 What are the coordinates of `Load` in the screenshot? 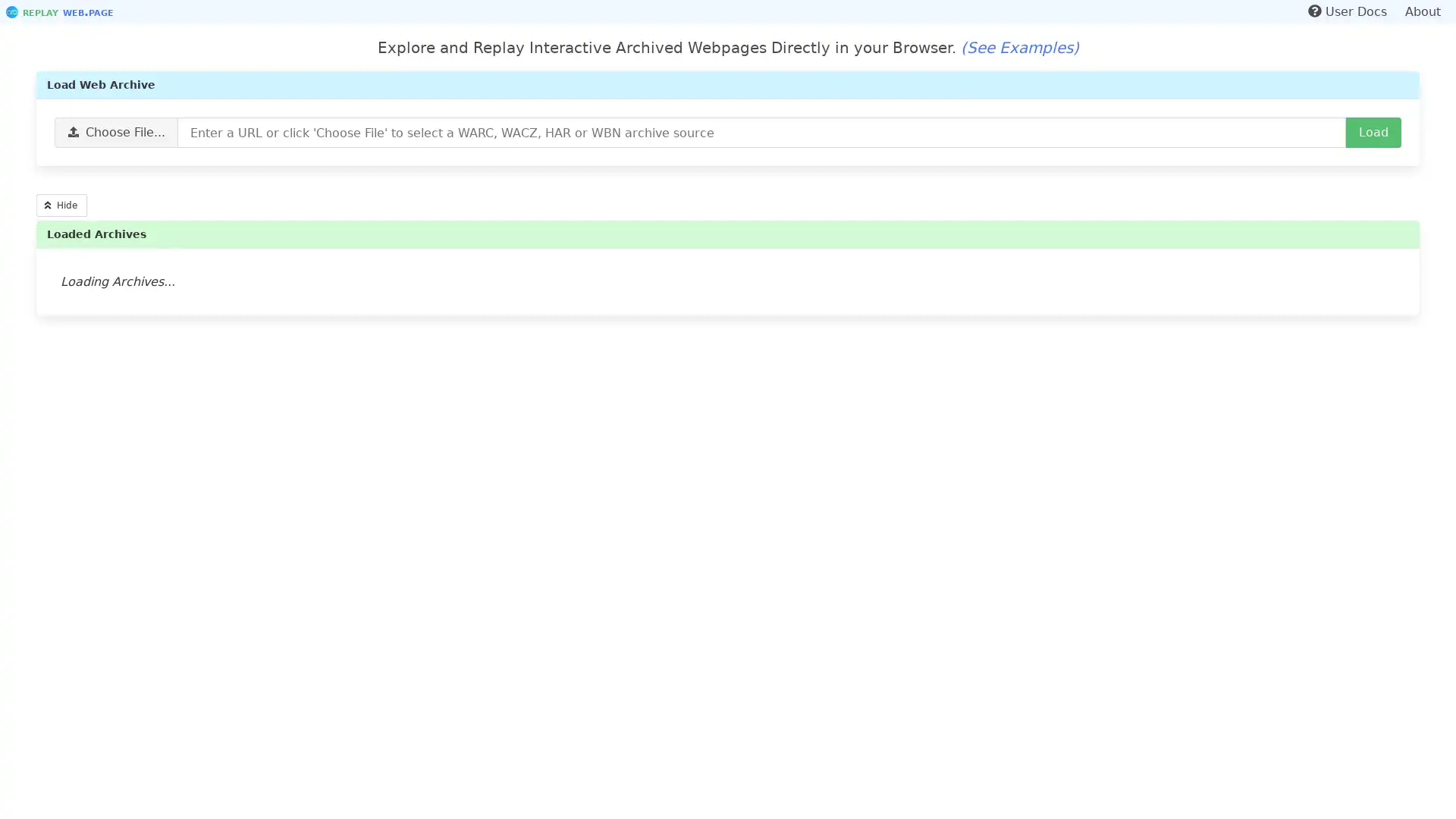 It's located at (1373, 131).